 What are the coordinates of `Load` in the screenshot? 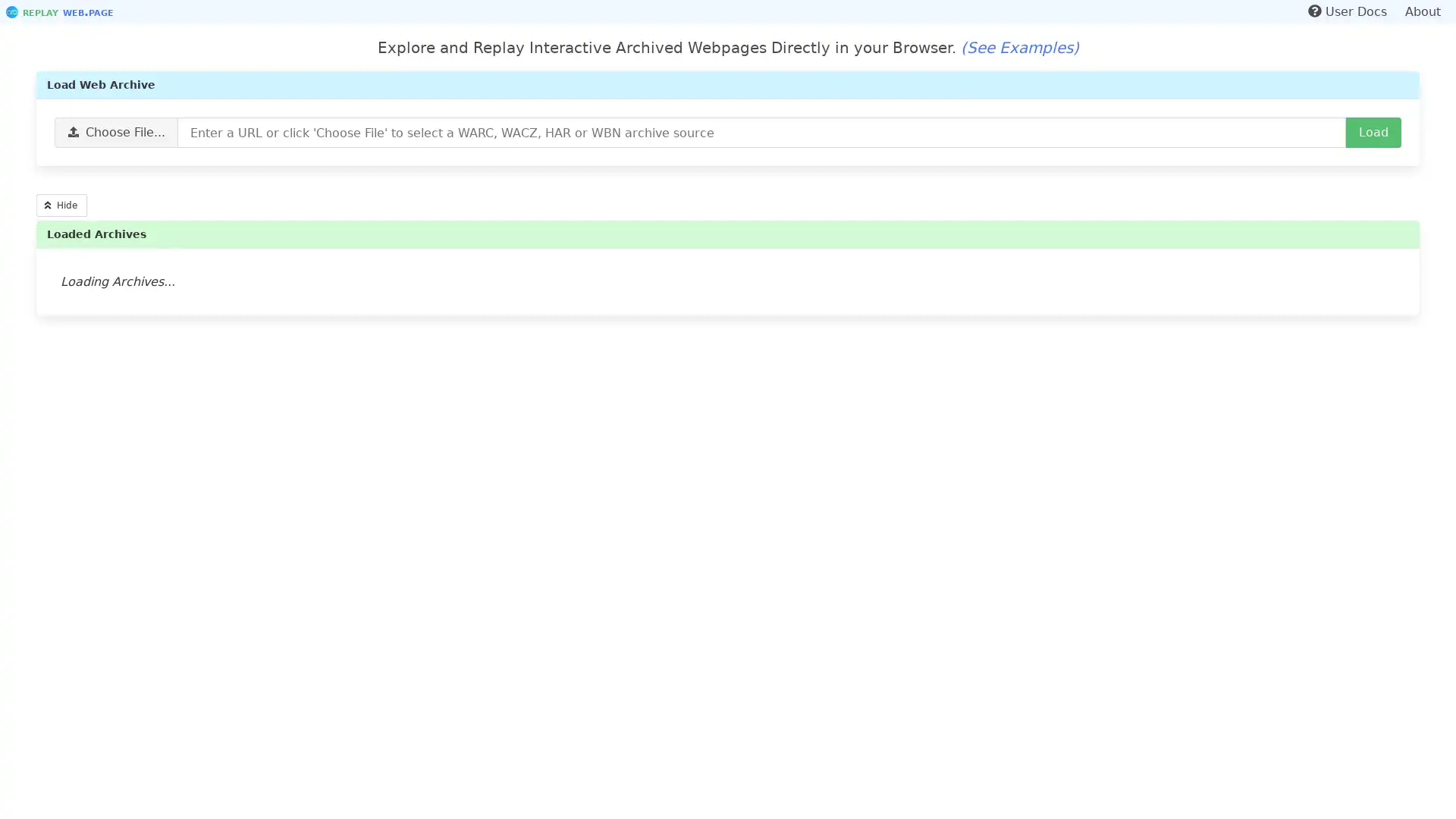 It's located at (1373, 131).